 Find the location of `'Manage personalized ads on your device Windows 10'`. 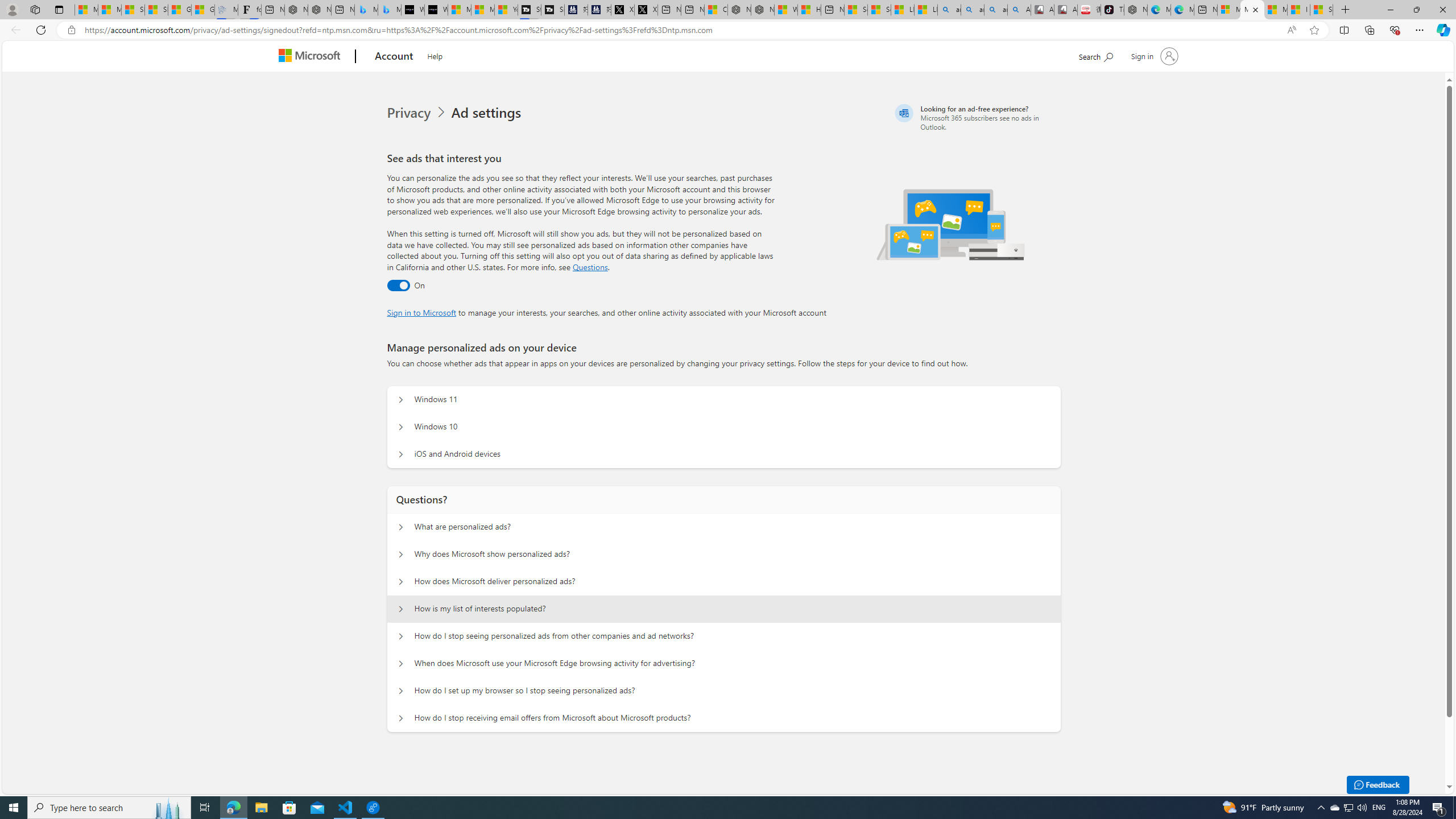

'Manage personalized ads on your device Windows 10' is located at coordinates (401, 427).